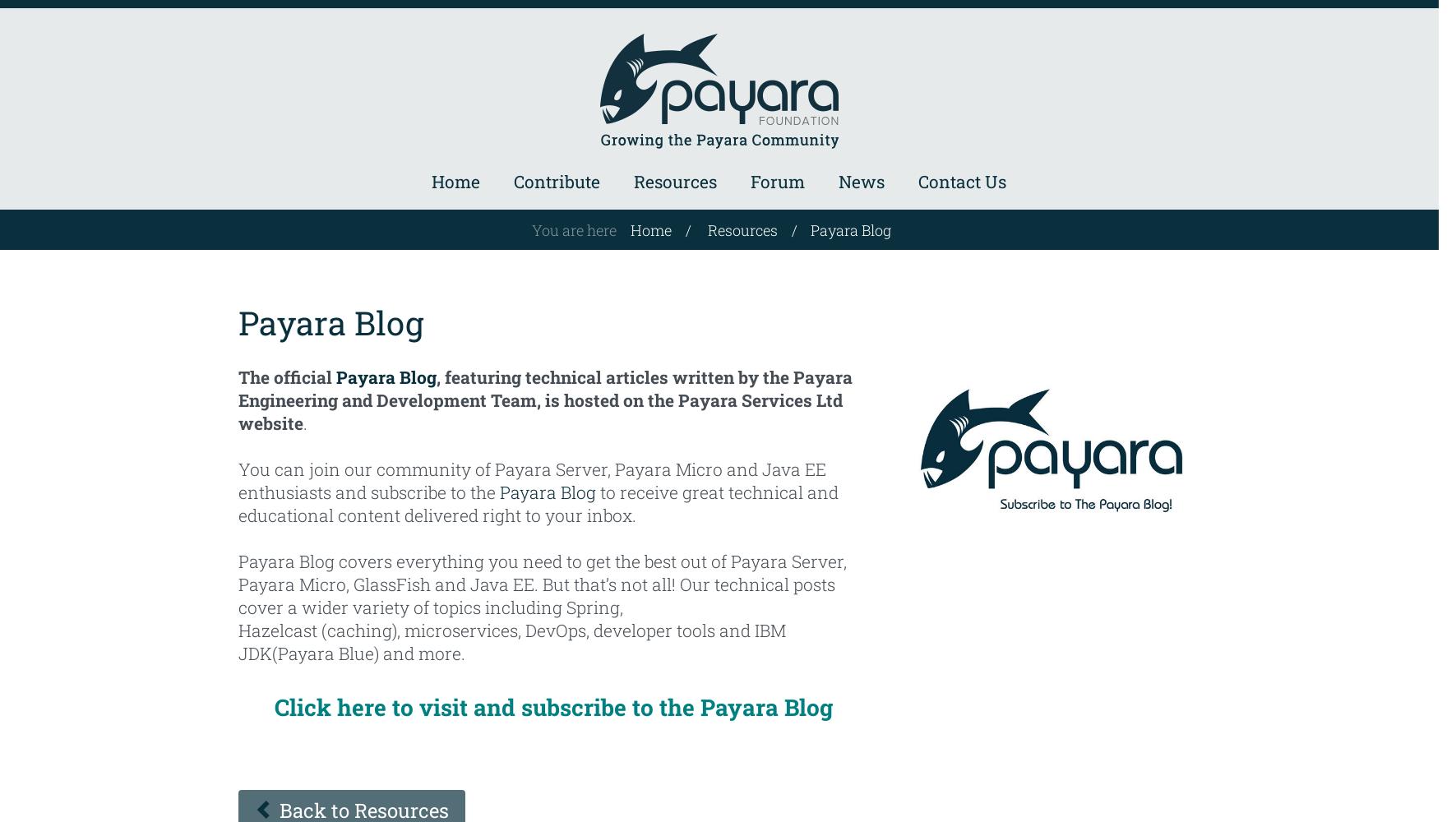 This screenshot has width=1456, height=822. I want to click on 'Contact Us', so click(961, 181).